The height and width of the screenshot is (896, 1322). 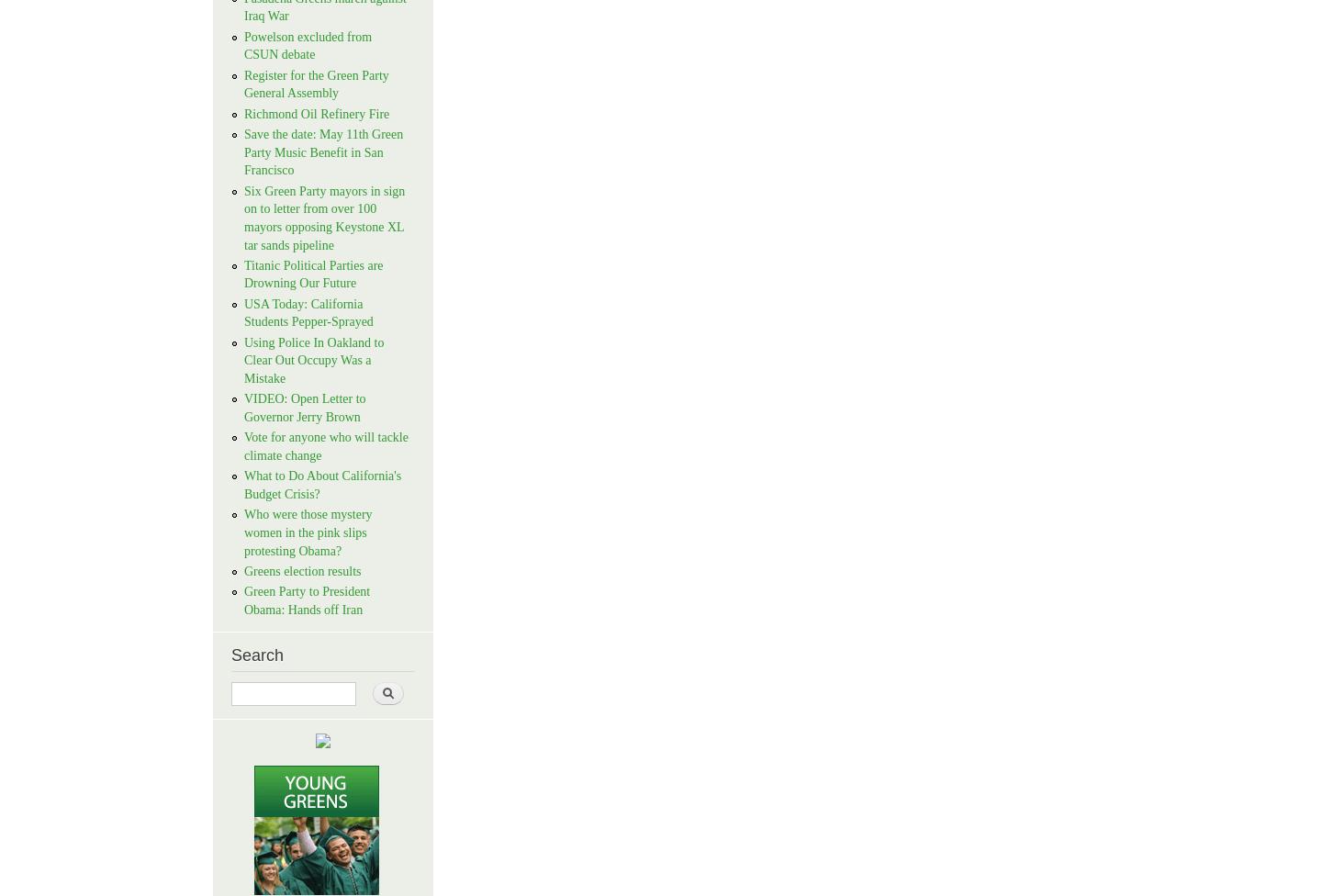 I want to click on 'Register for the Green Party General Assembly', so click(x=316, y=84).